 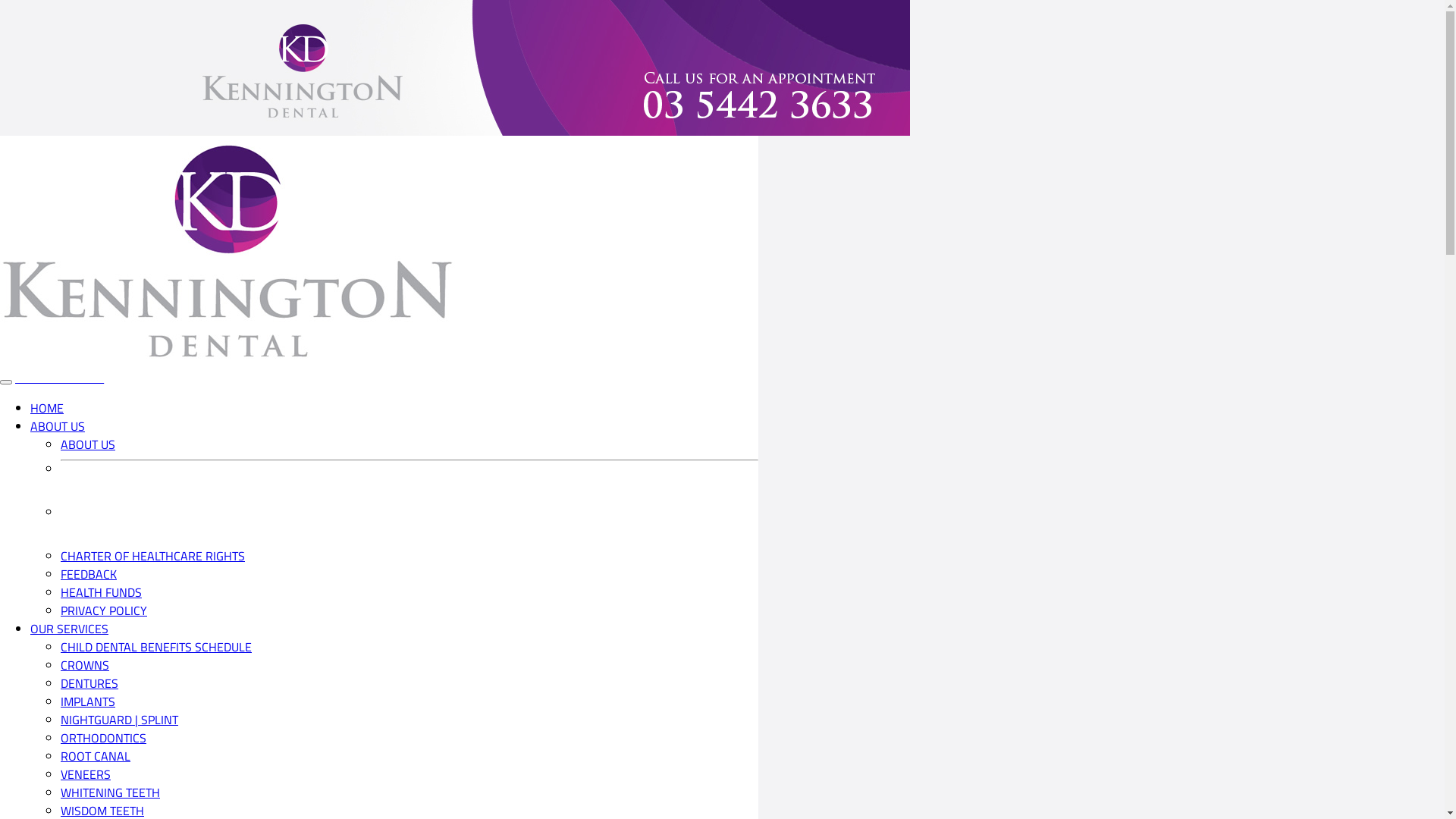 I want to click on 'CROWNS', so click(x=83, y=664).